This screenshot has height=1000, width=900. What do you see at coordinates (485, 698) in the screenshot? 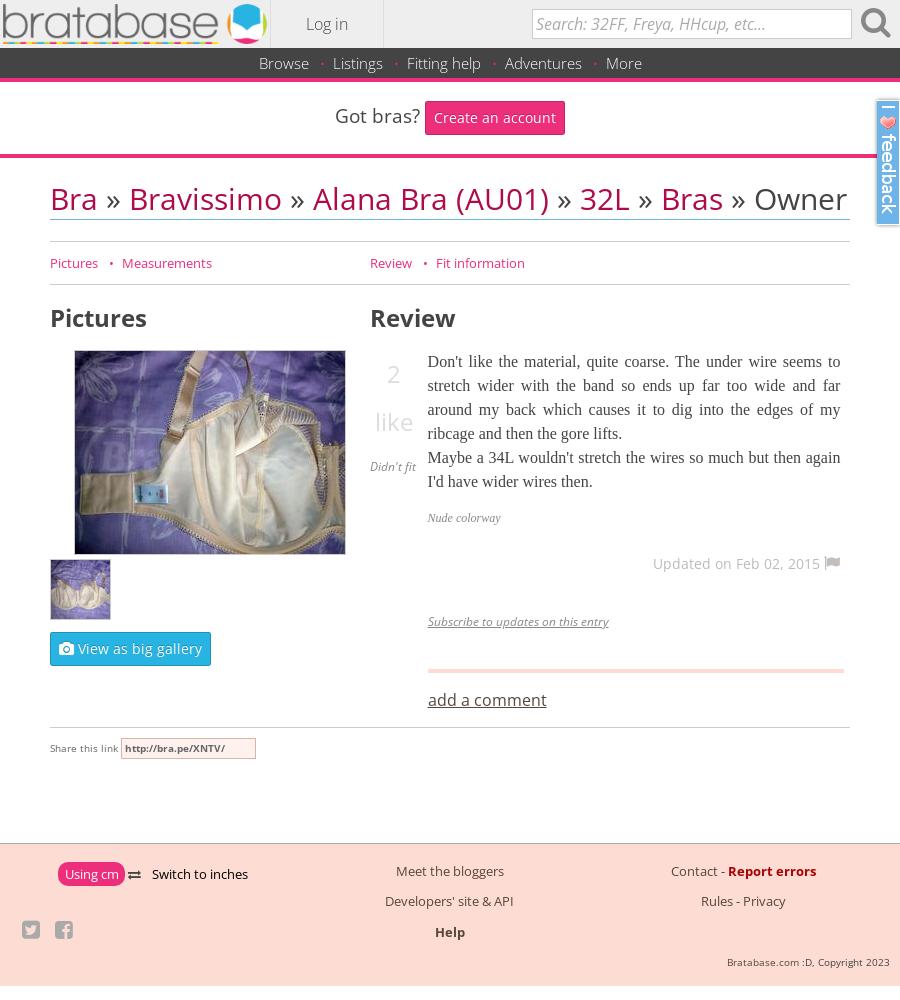
I see `'add a comment'` at bounding box center [485, 698].